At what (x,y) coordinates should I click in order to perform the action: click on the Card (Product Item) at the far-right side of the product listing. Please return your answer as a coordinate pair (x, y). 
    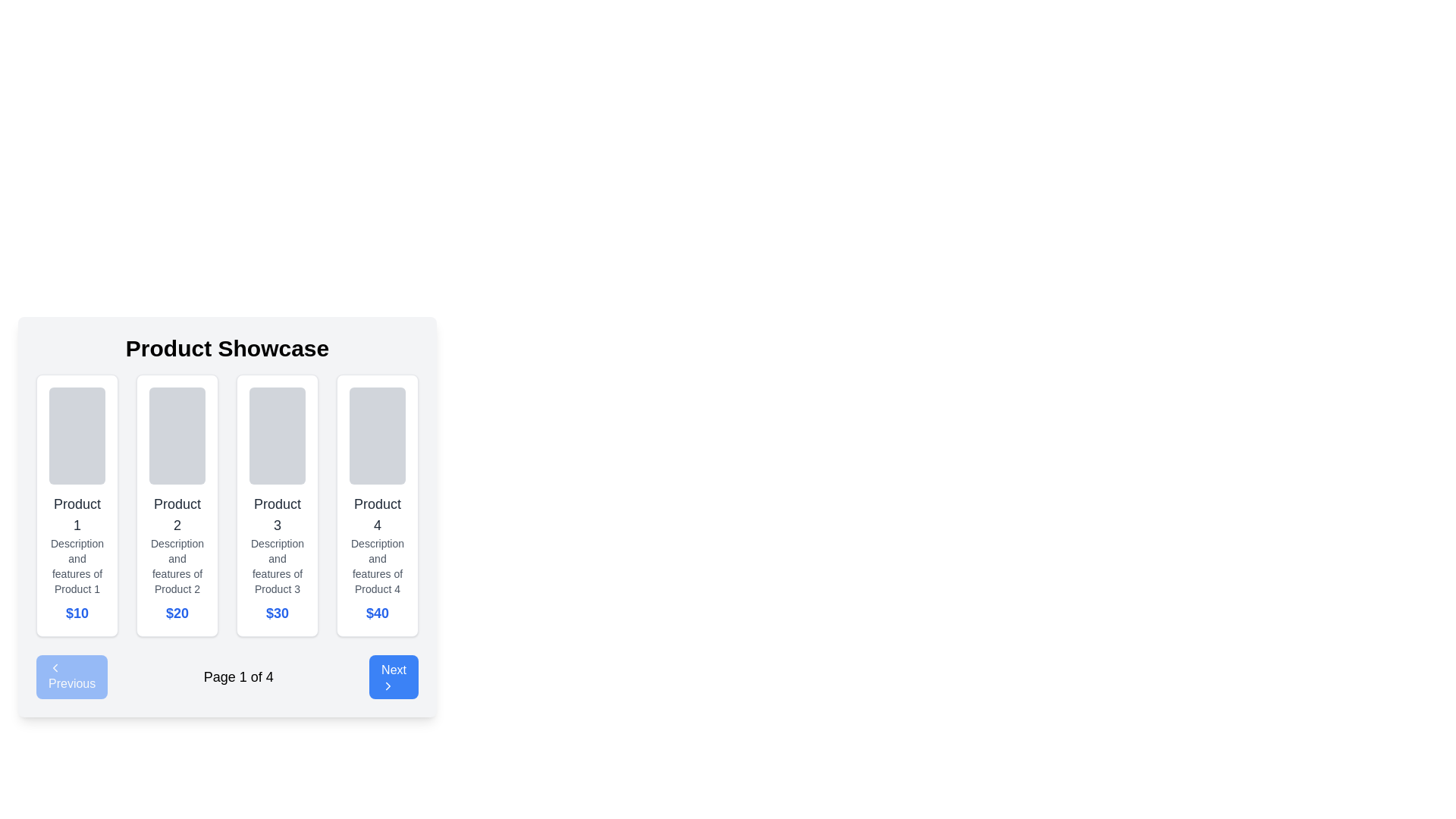
    Looking at the image, I should click on (378, 506).